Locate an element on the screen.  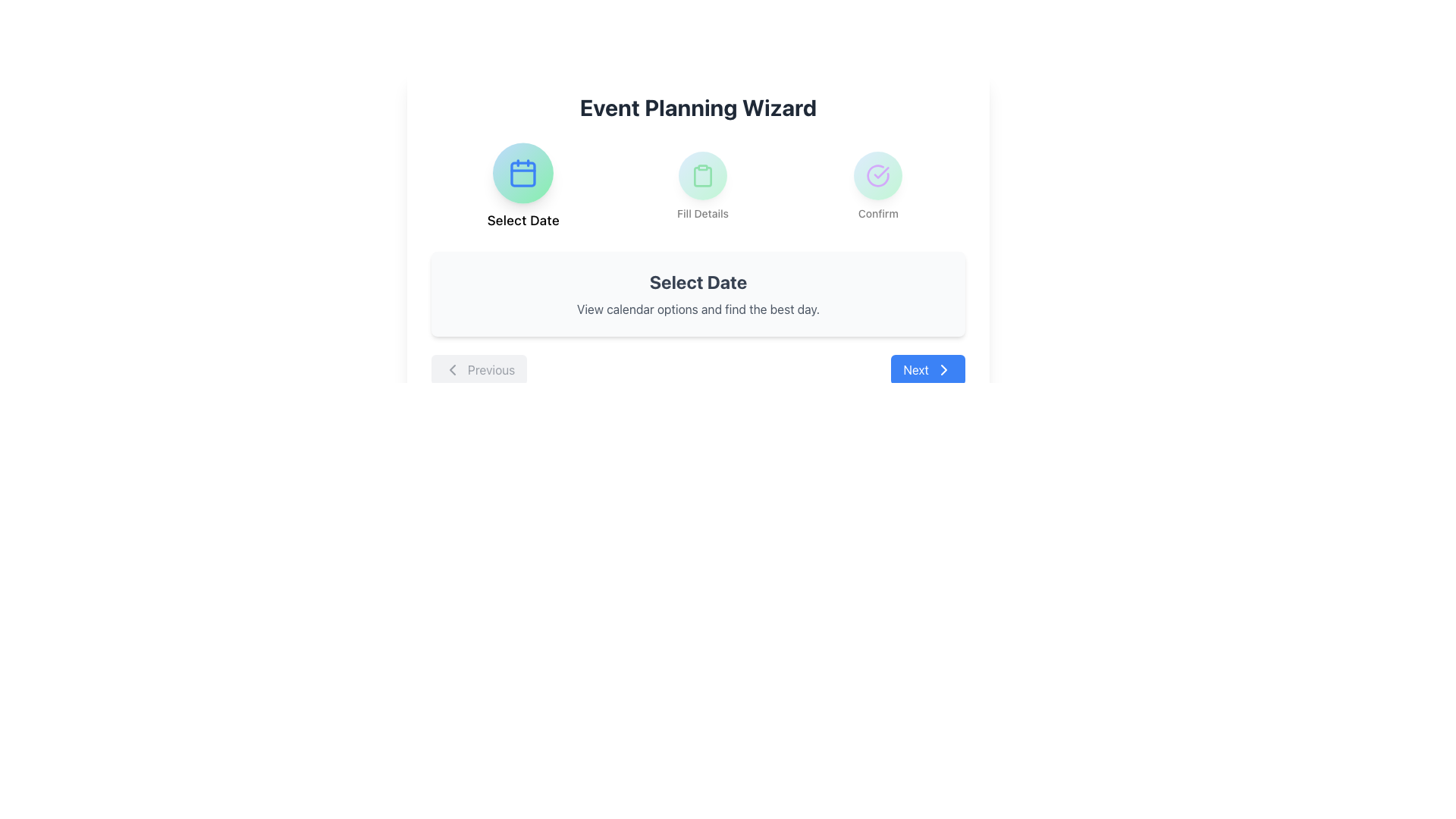
the decorative graphical element which is a rounded rectangle inside a calendar icon, part of the 'Select Date' option in the Event Planning Wizard interface is located at coordinates (522, 174).